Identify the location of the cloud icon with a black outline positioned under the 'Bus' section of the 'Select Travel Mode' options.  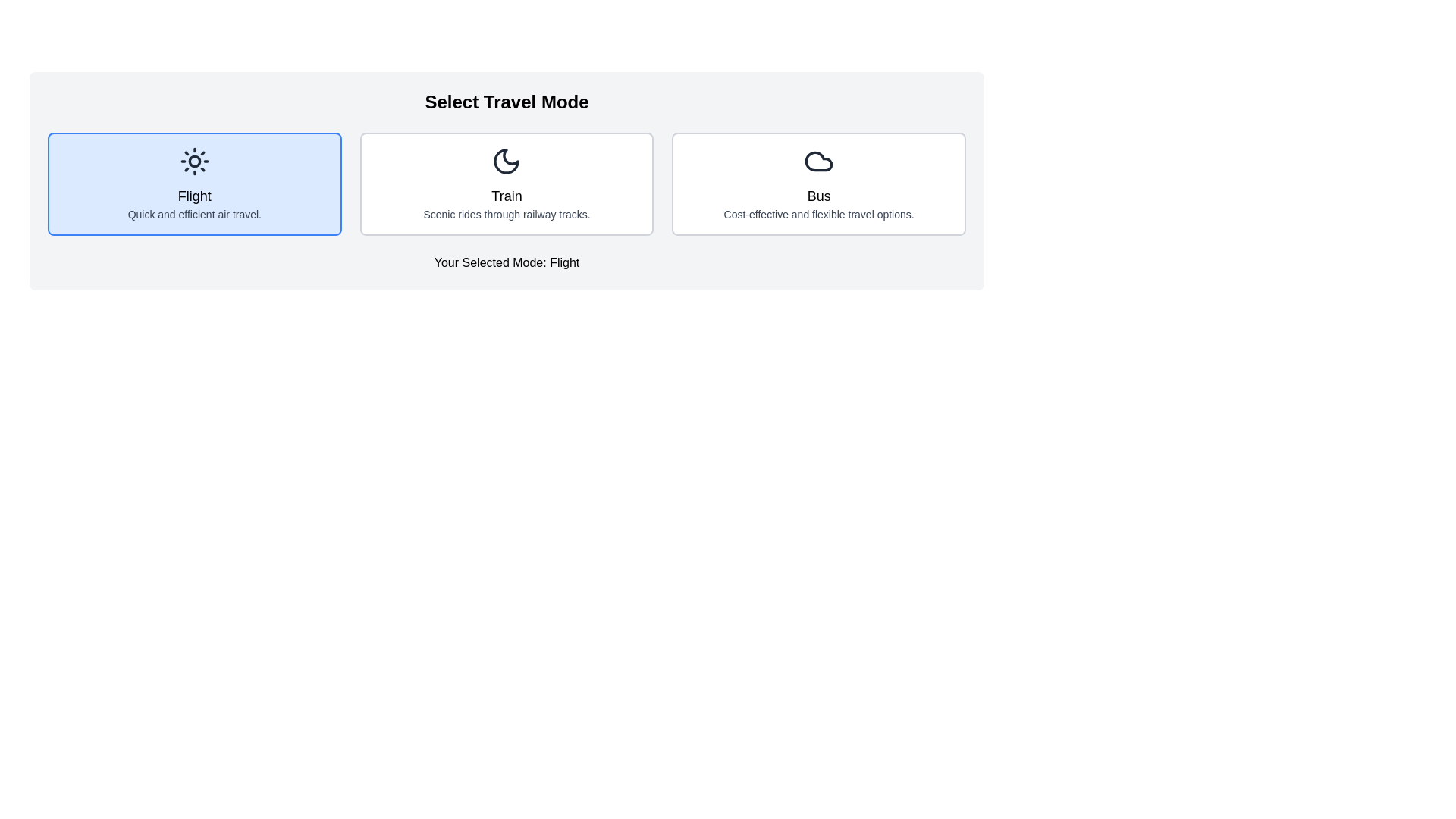
(818, 161).